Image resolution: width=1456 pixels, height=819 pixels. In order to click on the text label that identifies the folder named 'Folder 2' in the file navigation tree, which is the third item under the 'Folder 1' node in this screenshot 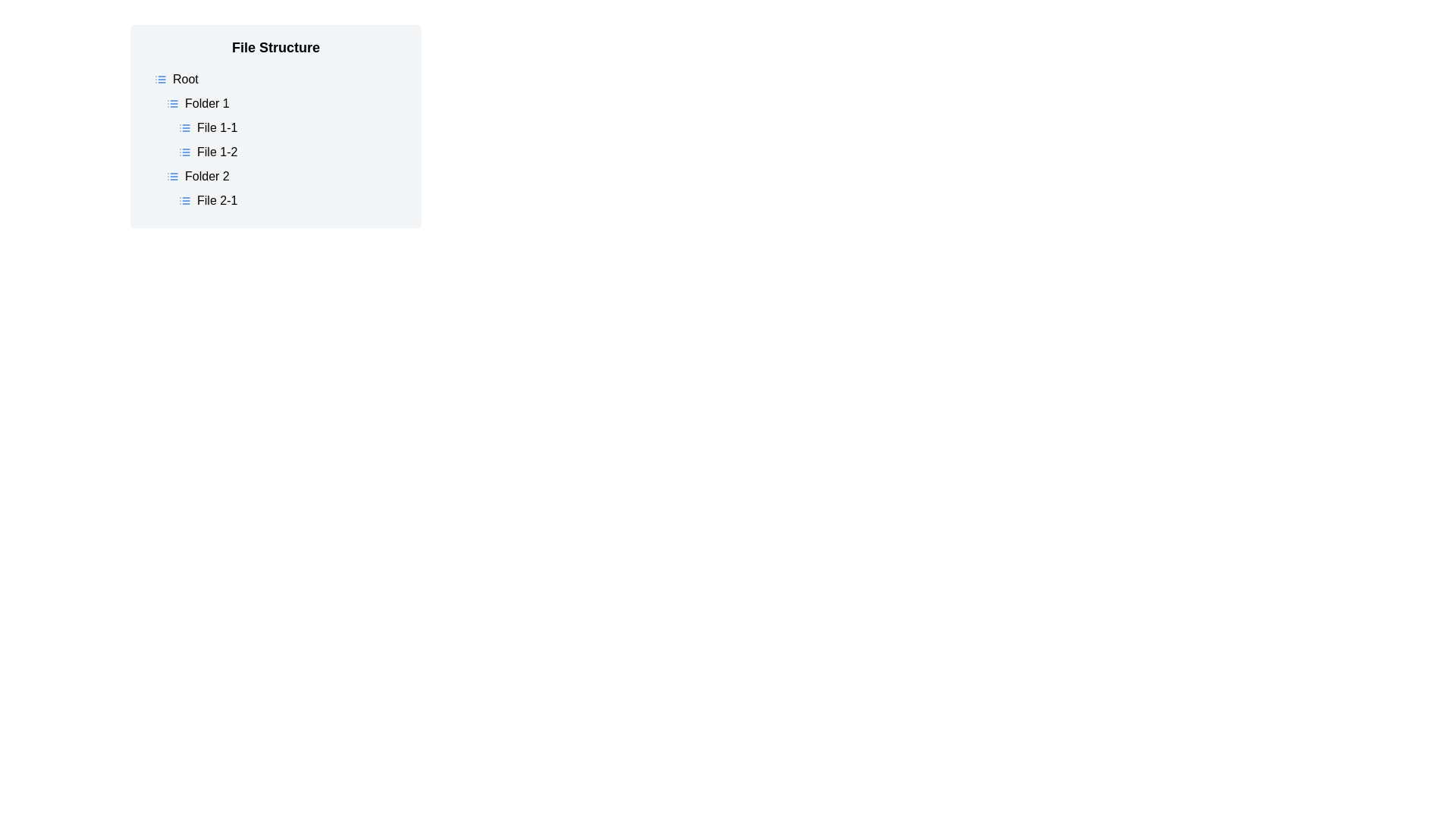, I will do `click(206, 175)`.